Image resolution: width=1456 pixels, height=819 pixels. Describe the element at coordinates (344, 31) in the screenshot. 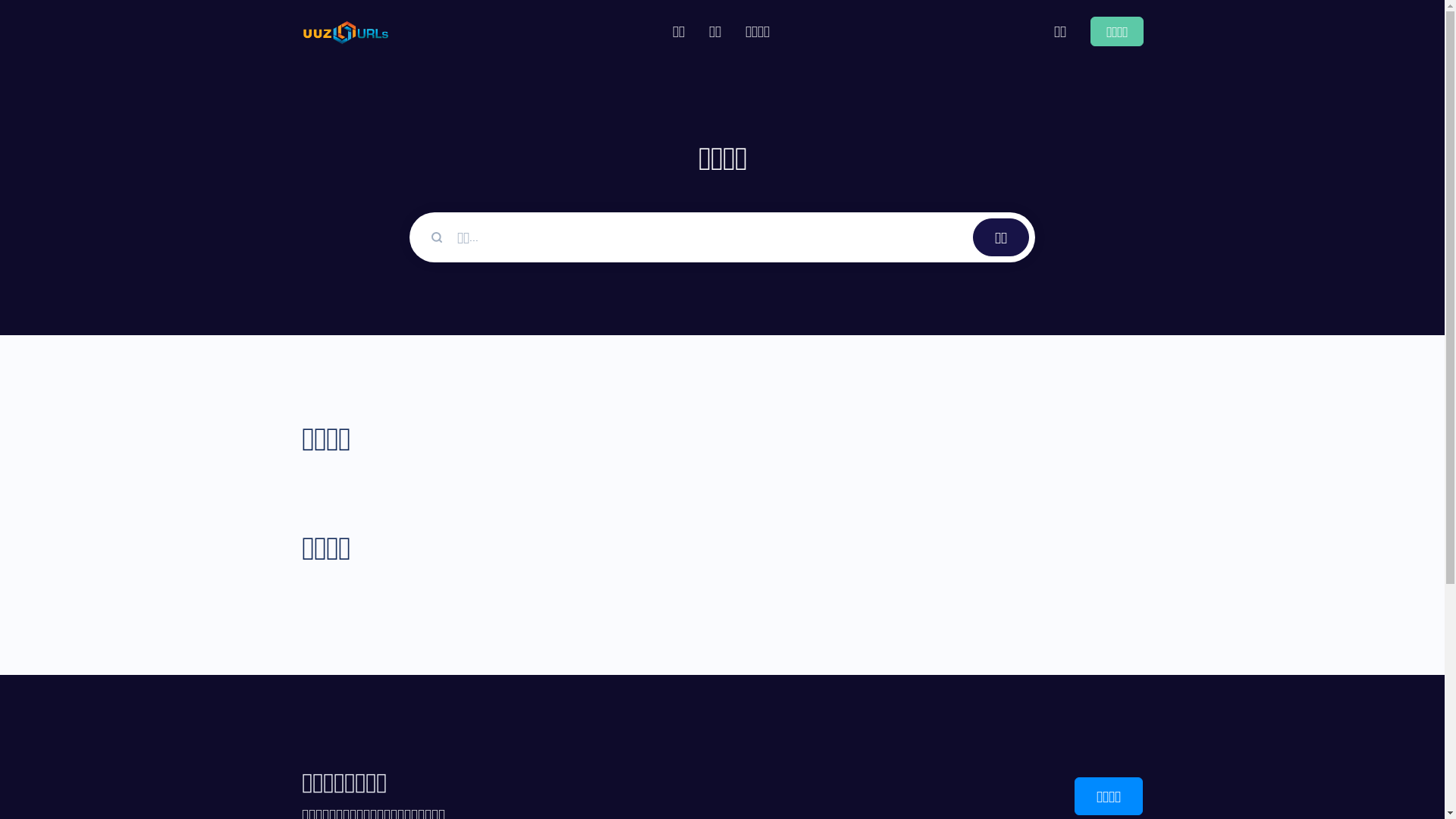

I see `'UUZ.CC - URL Shortener & Bio Pages & QR Codes'` at that location.